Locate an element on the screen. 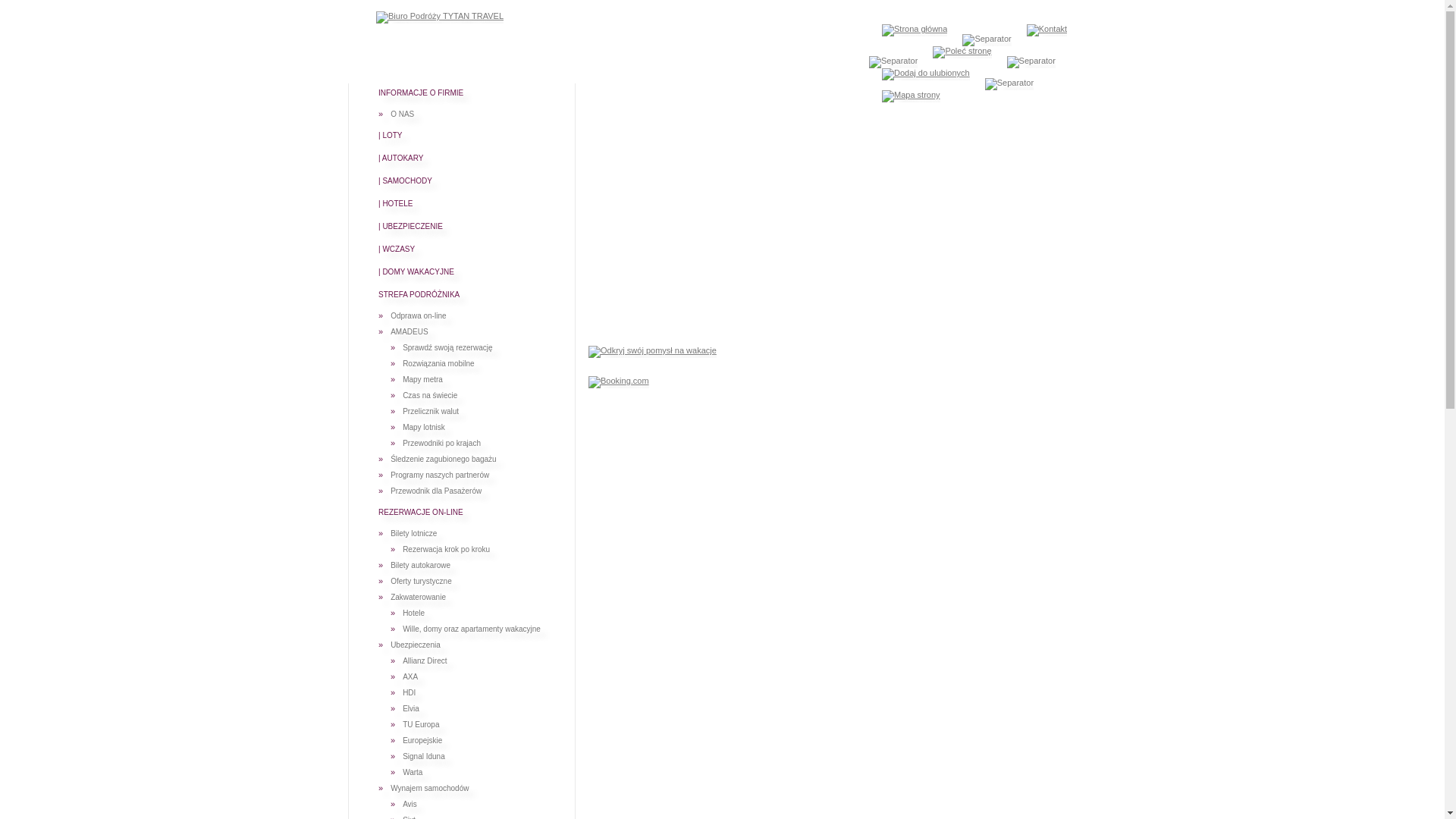 The image size is (1456, 819). 'Elvia' is located at coordinates (411, 708).